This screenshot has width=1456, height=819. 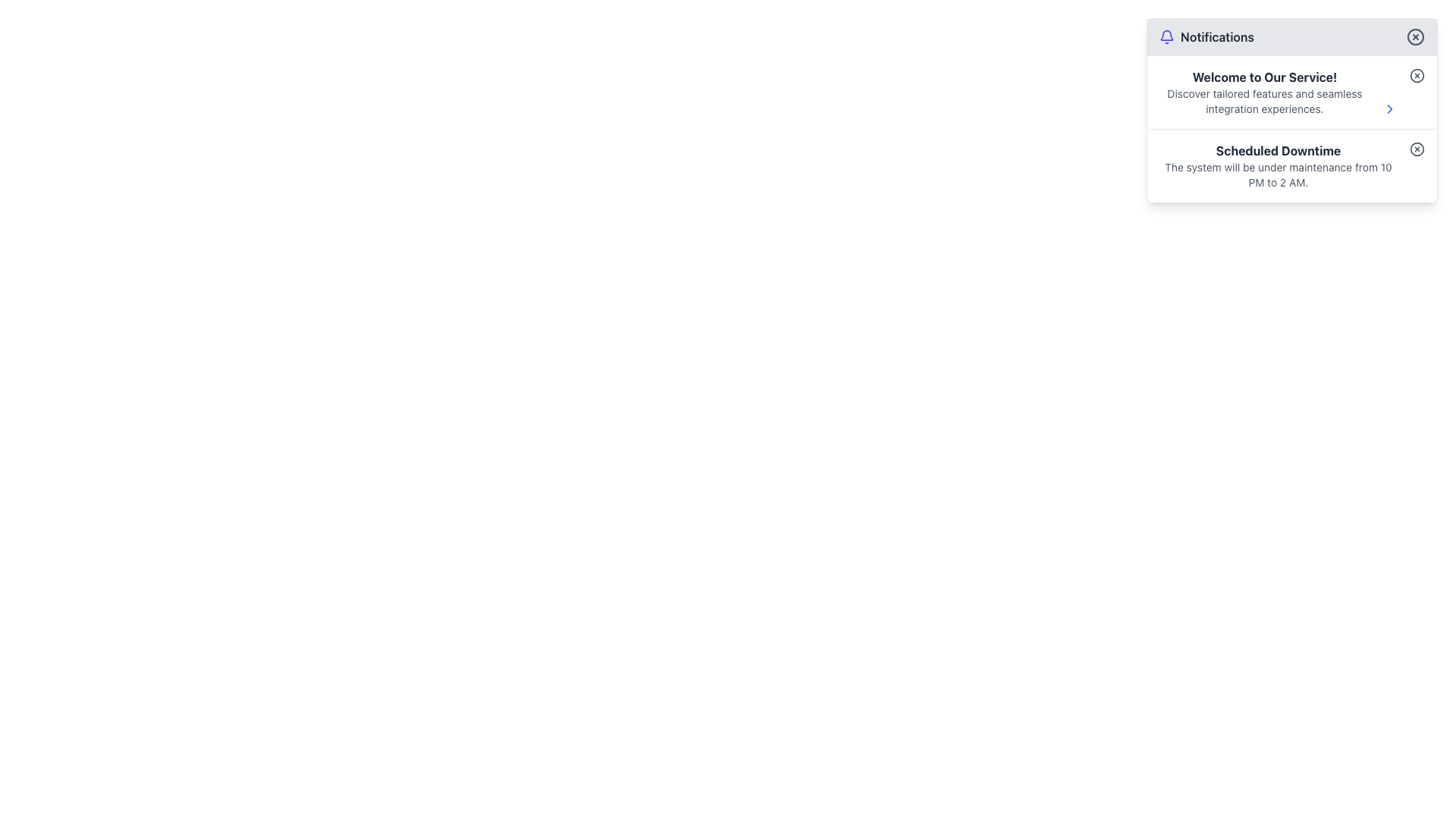 I want to click on the informational message about upcoming scheduled maintenance, which is the second notification item located centrally within the 'Notifications' pane, beneath the 'Welcome to Our Service!' section, so click(x=1277, y=166).